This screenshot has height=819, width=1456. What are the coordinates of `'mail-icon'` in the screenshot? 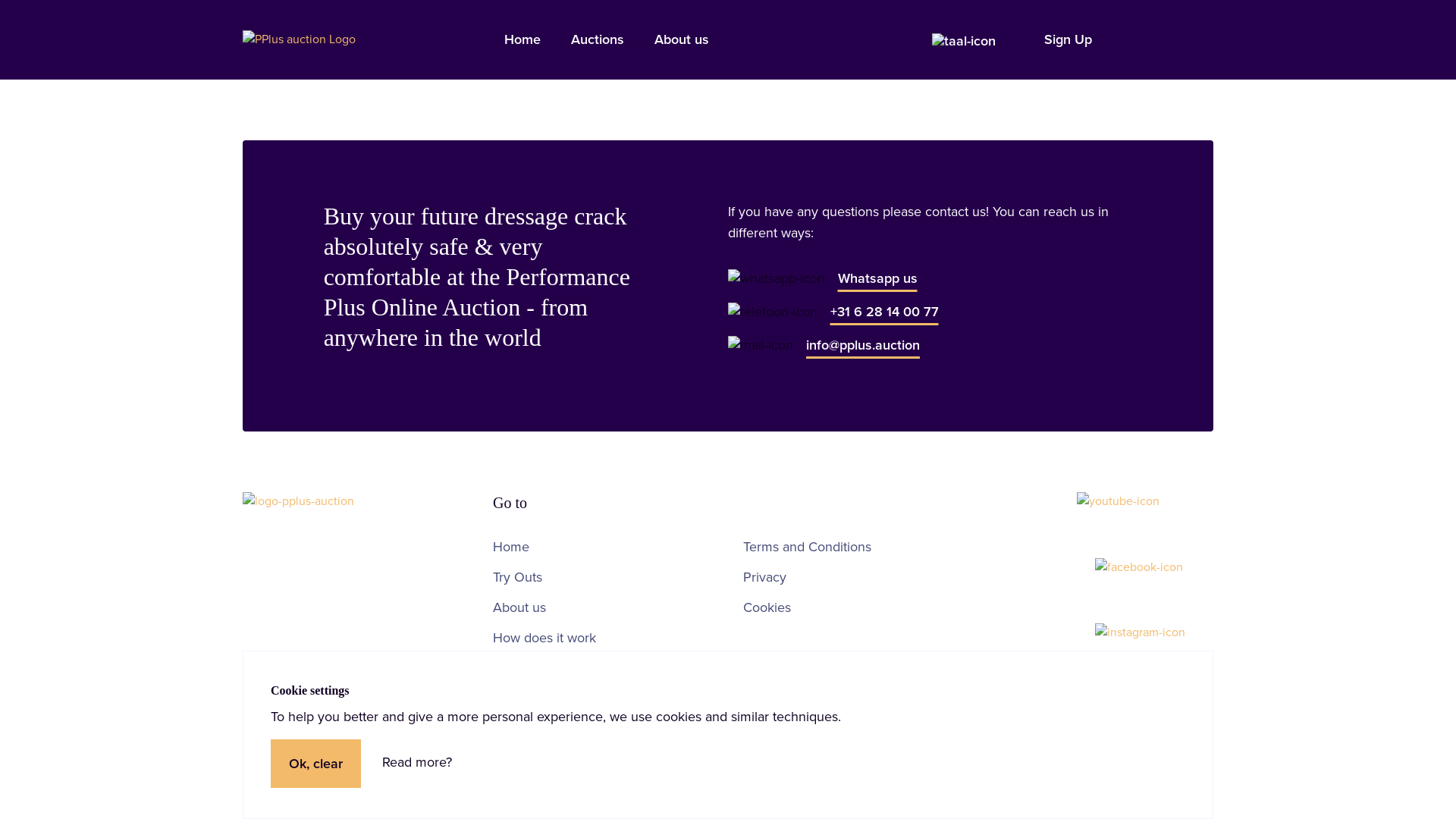 It's located at (761, 345).